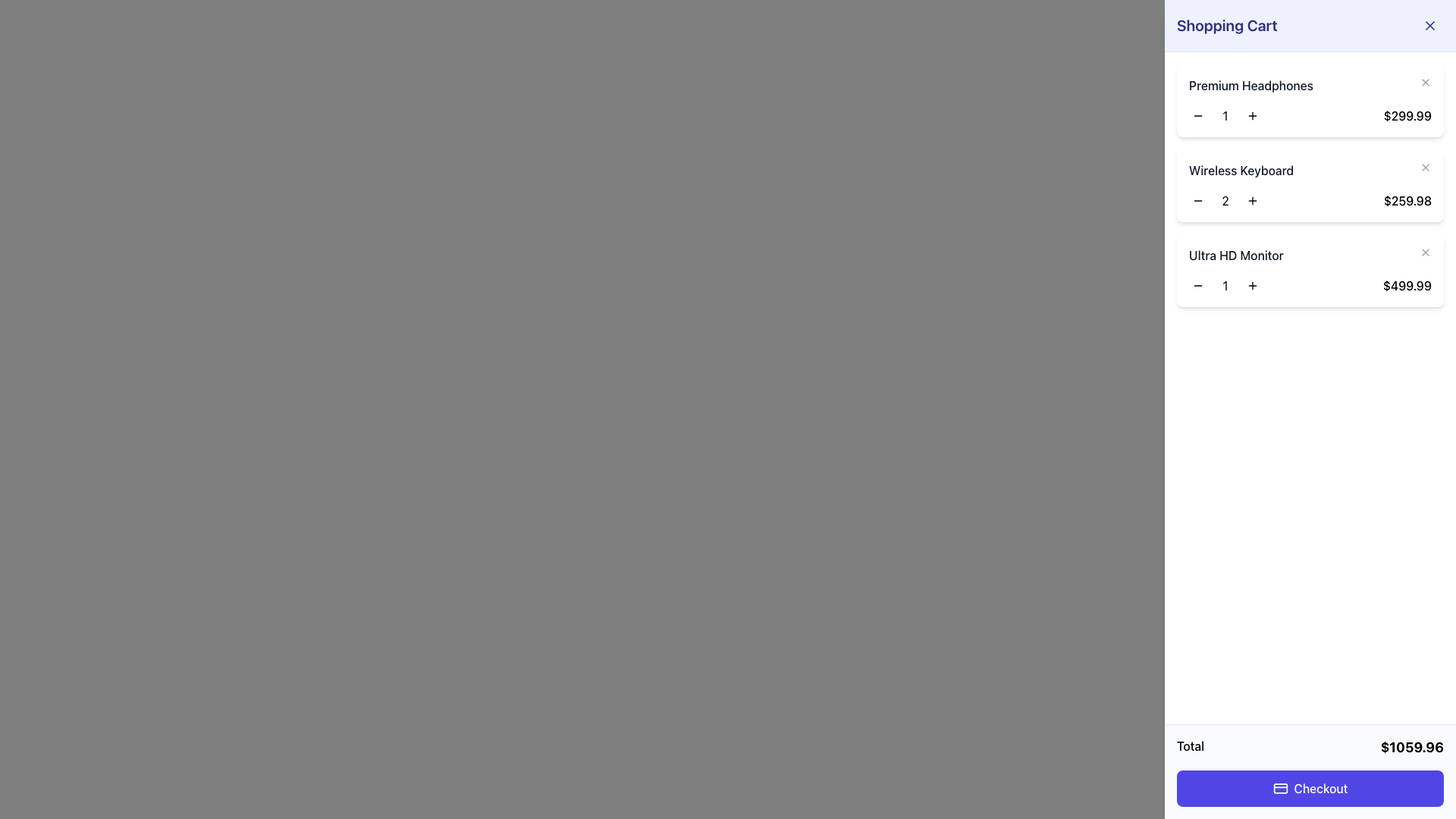  Describe the element at coordinates (1310, 788) in the screenshot. I see `the prominent rectangular 'Checkout' button with a purple background and bold white text located at the bottom center of the summary panel to proceed to checkout` at that location.